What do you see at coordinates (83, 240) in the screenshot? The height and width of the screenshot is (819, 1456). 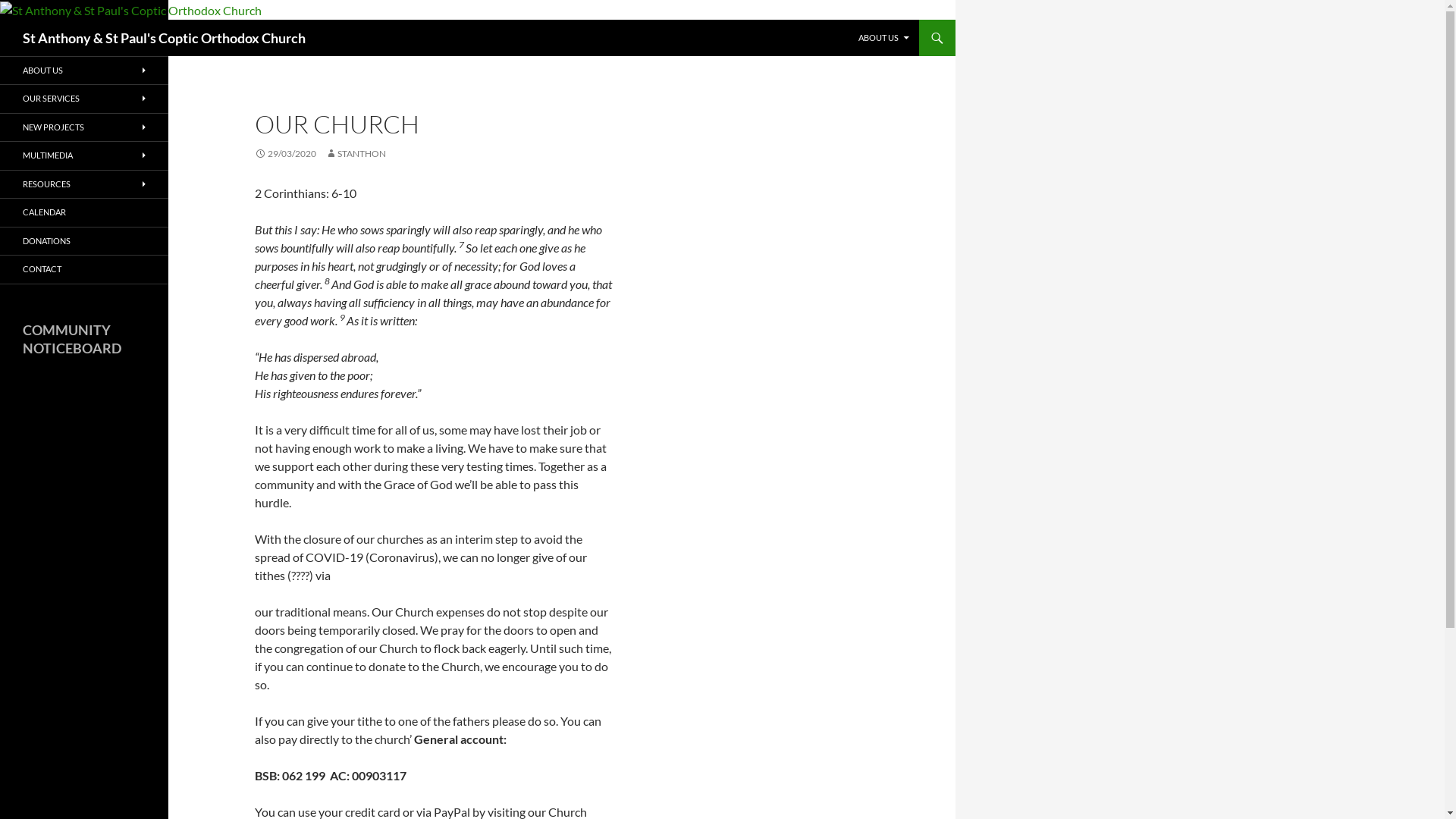 I see `'DONATIONS'` at bounding box center [83, 240].